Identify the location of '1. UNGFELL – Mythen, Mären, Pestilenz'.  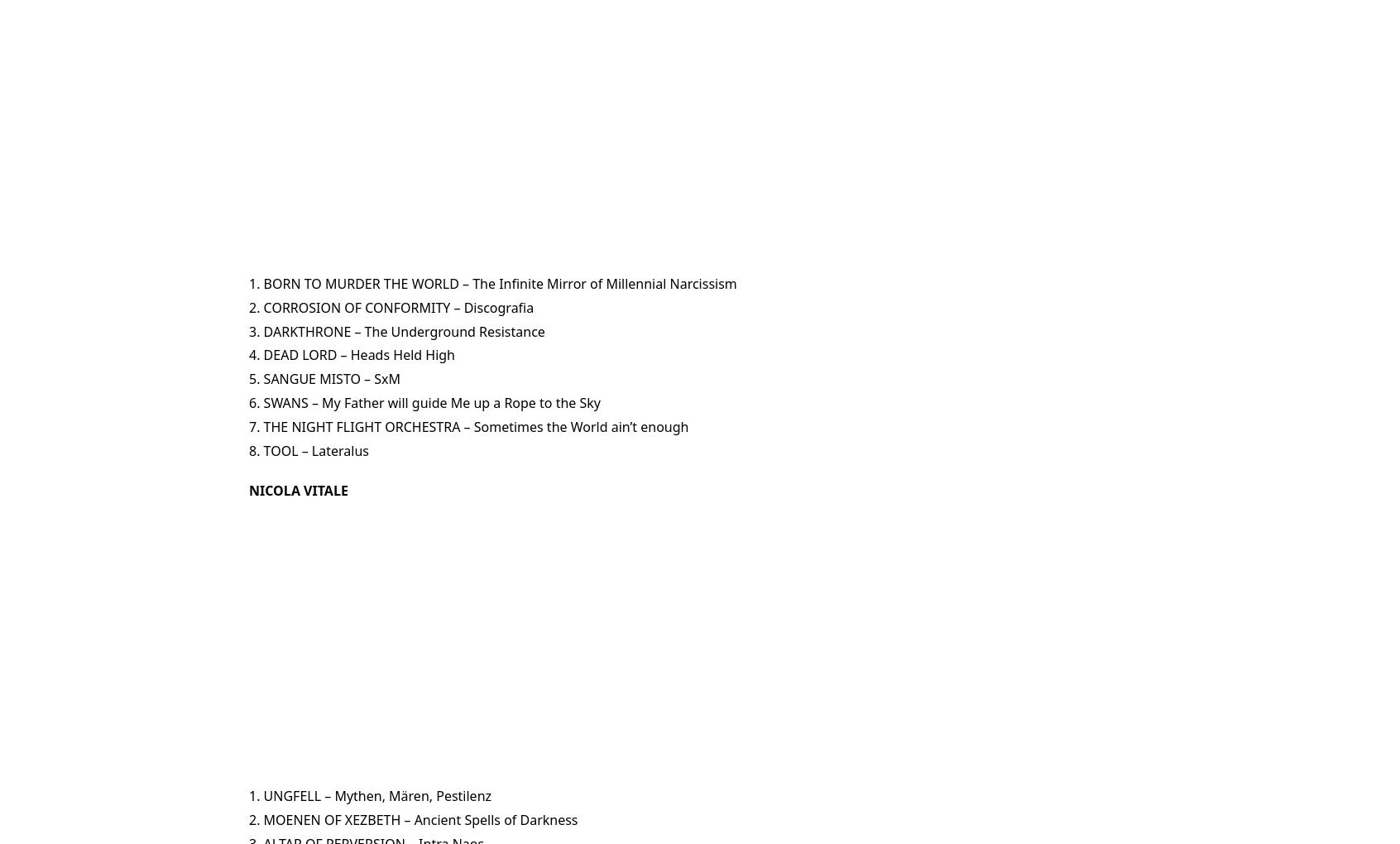
(248, 794).